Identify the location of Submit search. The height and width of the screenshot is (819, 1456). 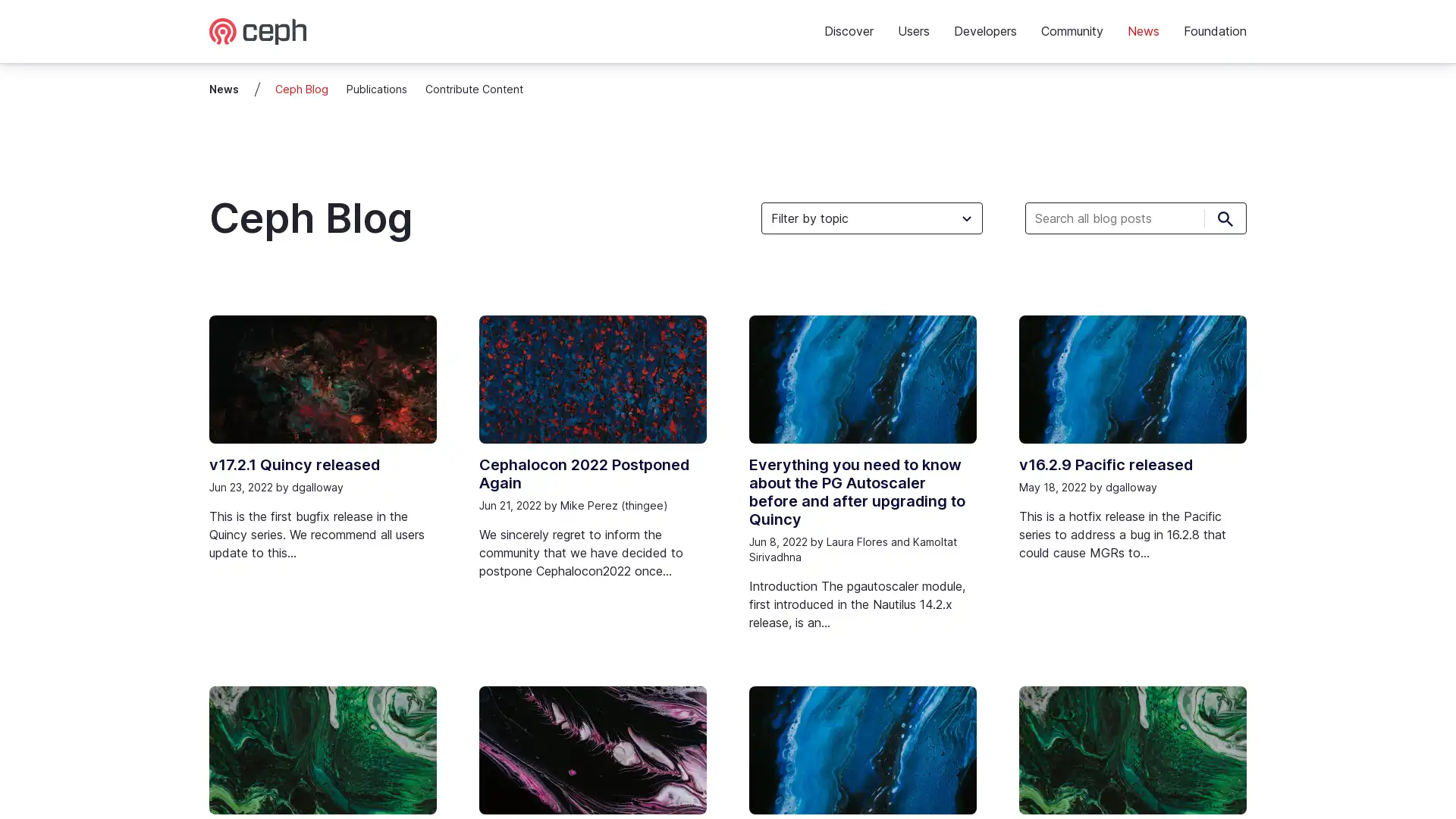
(1225, 218).